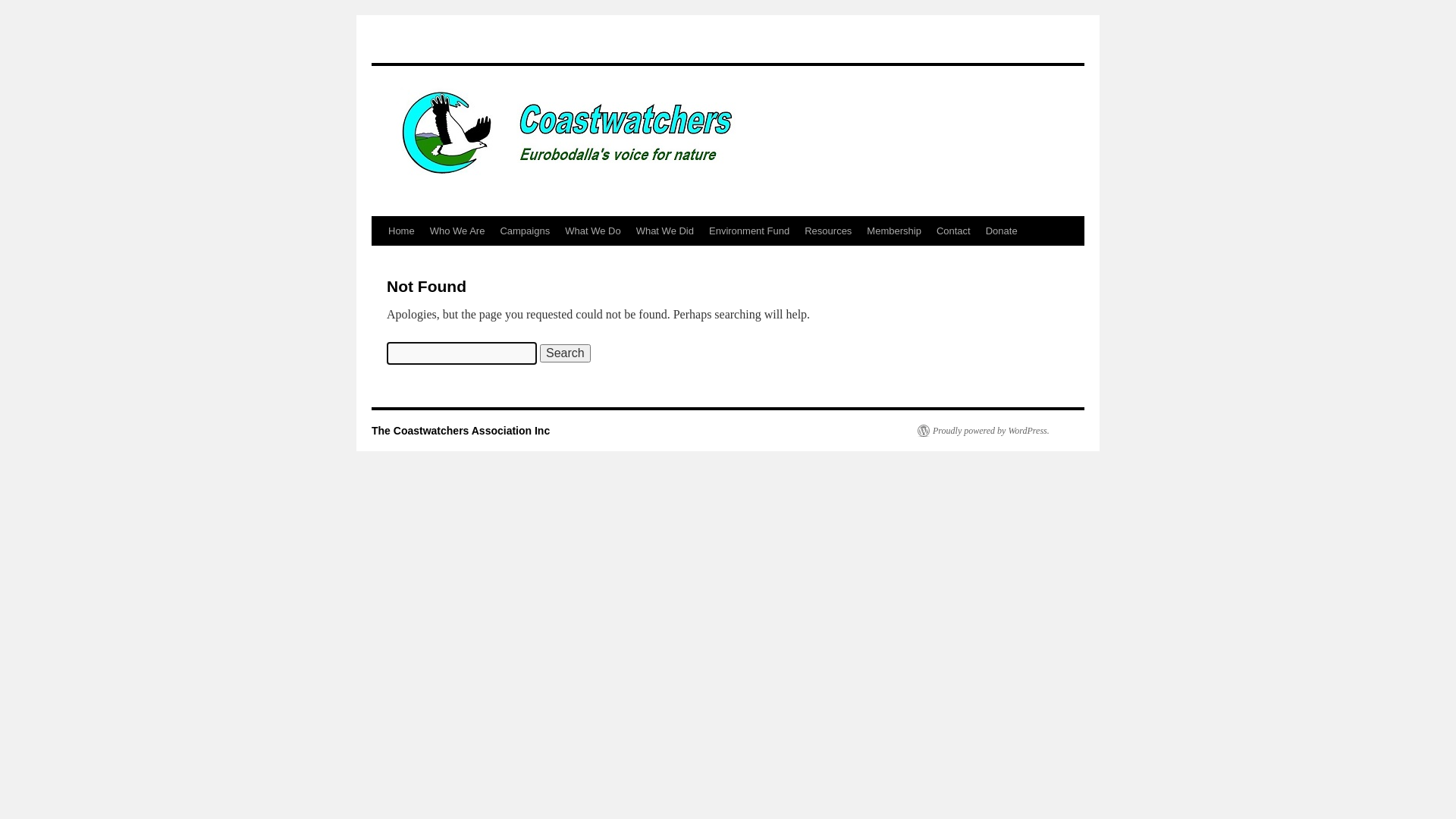 The image size is (1456, 819). Describe the element at coordinates (983, 430) in the screenshot. I see `'Proudly powered by WordPress.'` at that location.